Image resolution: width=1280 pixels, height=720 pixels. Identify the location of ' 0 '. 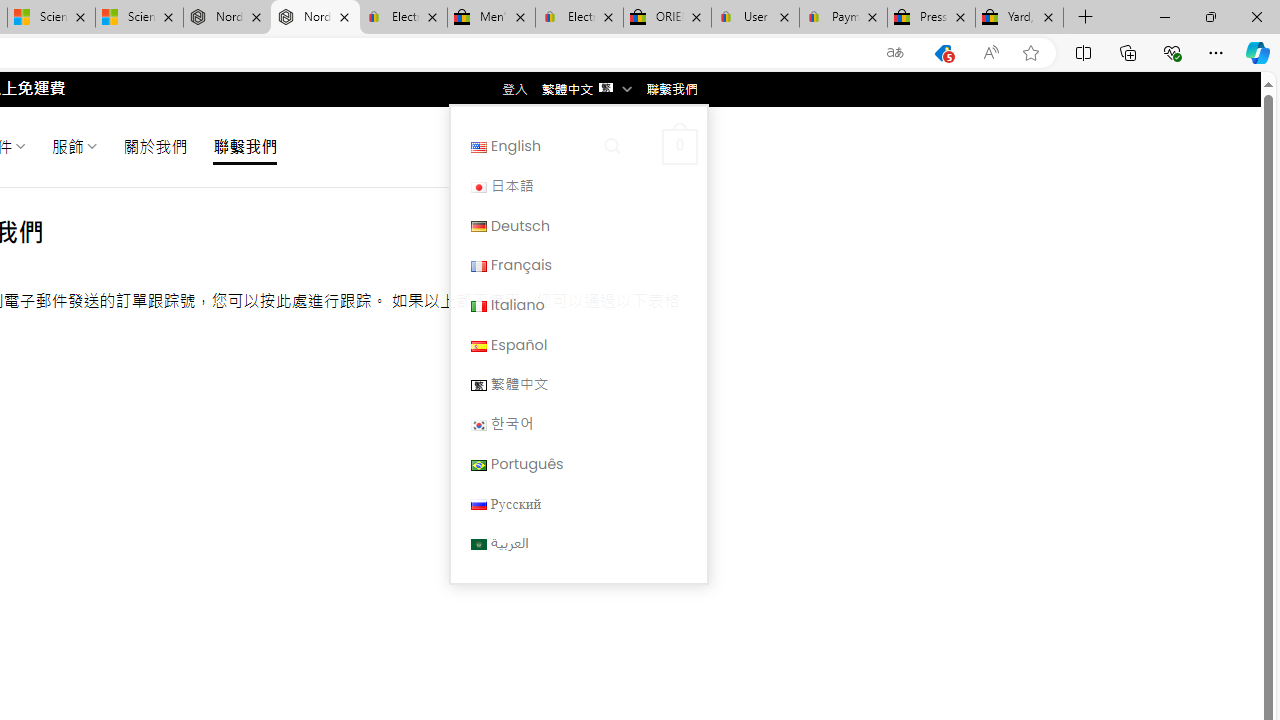
(679, 145).